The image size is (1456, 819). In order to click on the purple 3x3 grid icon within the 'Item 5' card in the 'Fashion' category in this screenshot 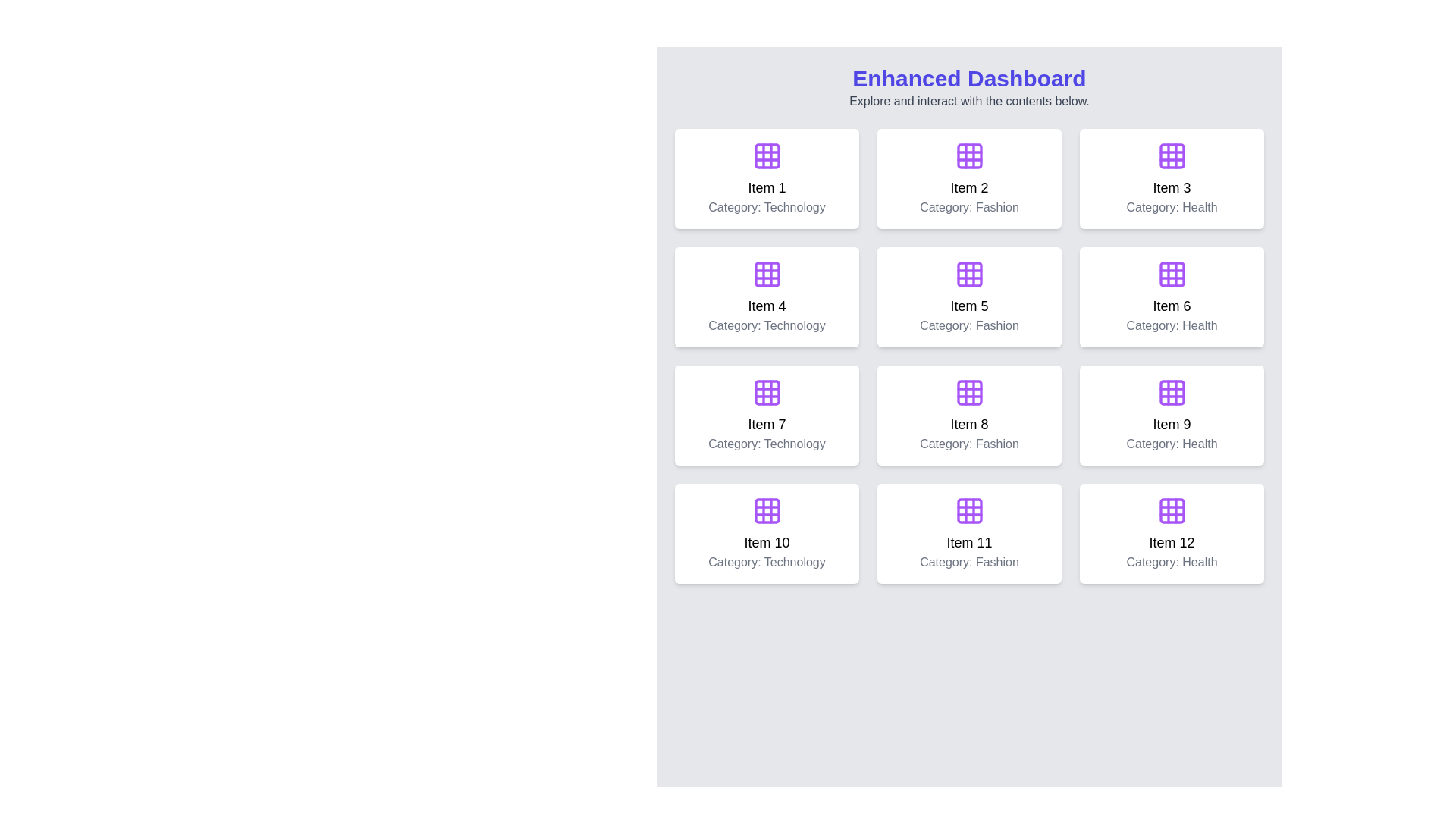, I will do `click(968, 275)`.